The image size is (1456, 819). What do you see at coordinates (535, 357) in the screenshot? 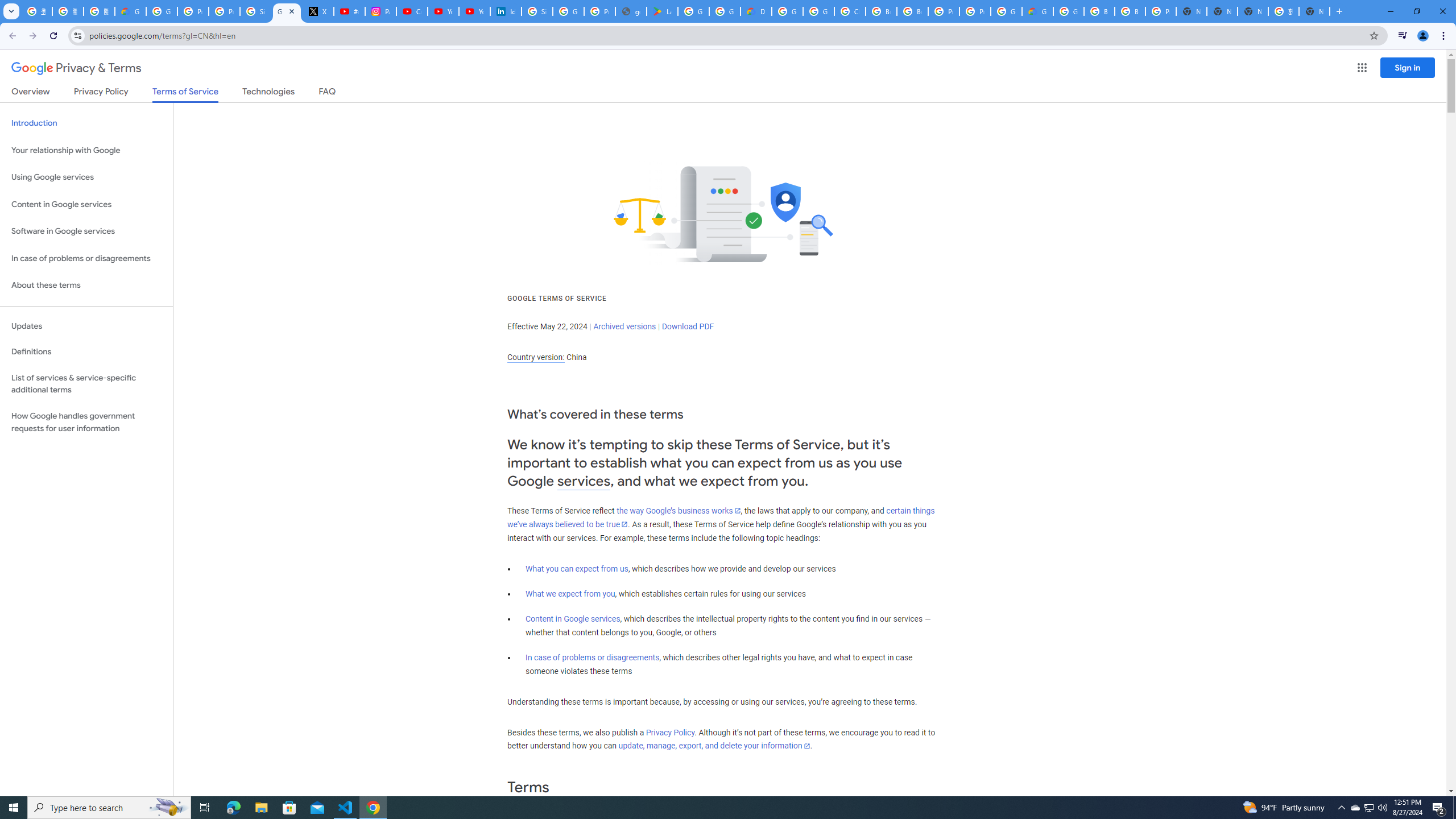
I see `'Country version:'` at bounding box center [535, 357].